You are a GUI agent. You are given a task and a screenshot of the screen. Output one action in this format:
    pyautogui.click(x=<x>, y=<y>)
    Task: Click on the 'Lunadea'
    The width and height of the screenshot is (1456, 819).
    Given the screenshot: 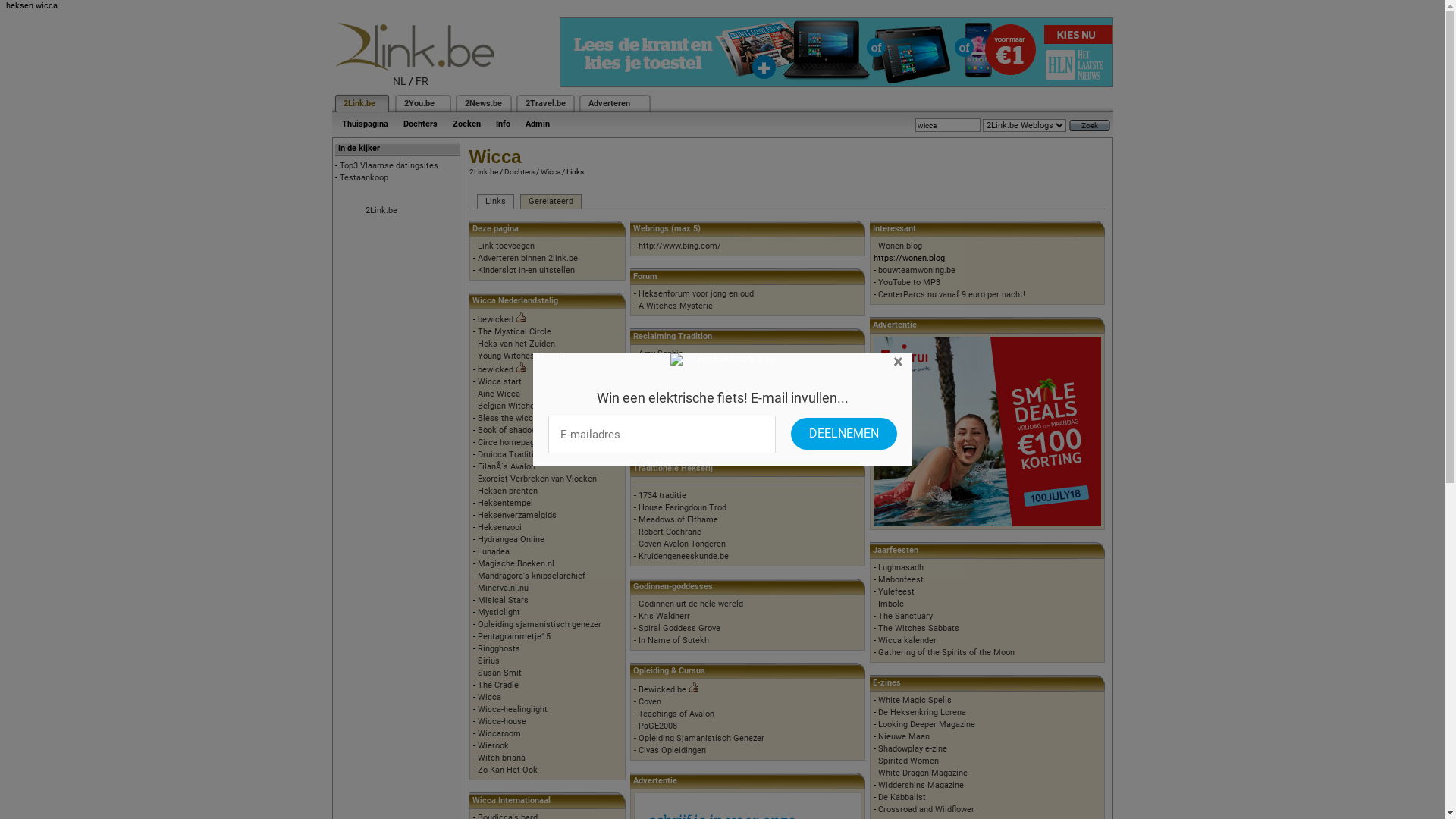 What is the action you would take?
    pyautogui.click(x=494, y=551)
    